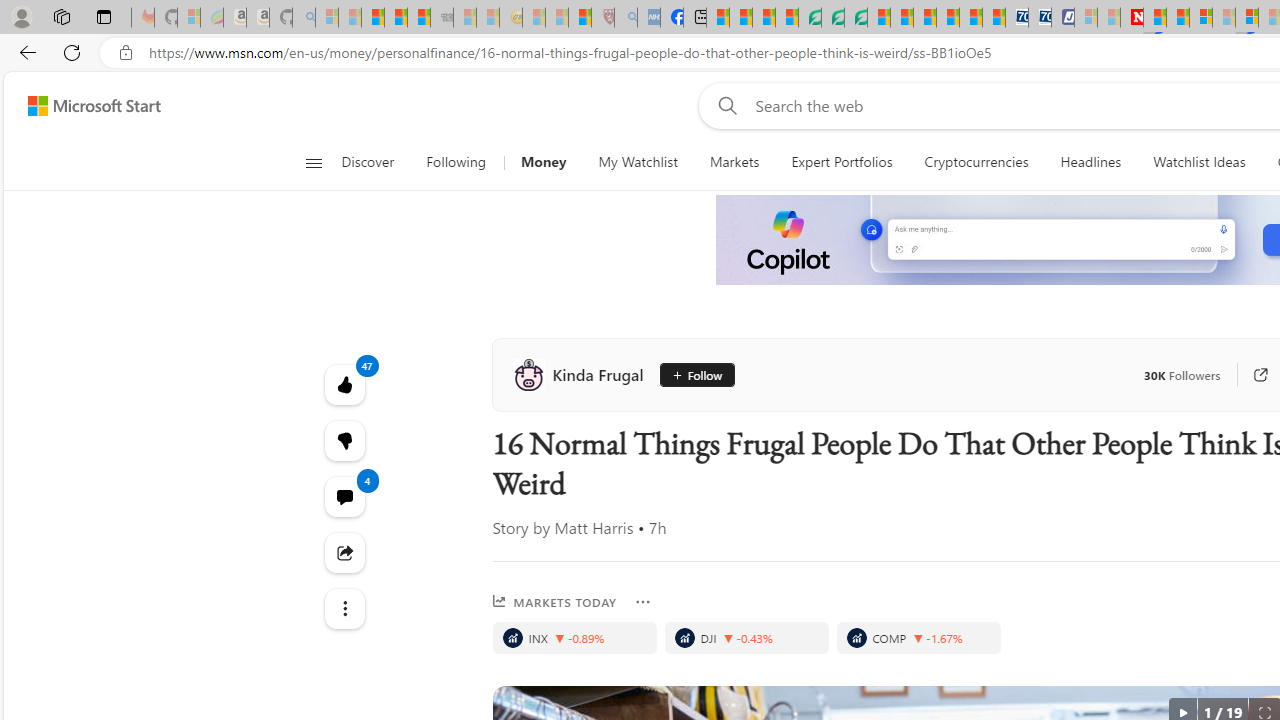 The height and width of the screenshot is (720, 1280). Describe the element at coordinates (81, 105) in the screenshot. I see `'Skip to footer'` at that location.